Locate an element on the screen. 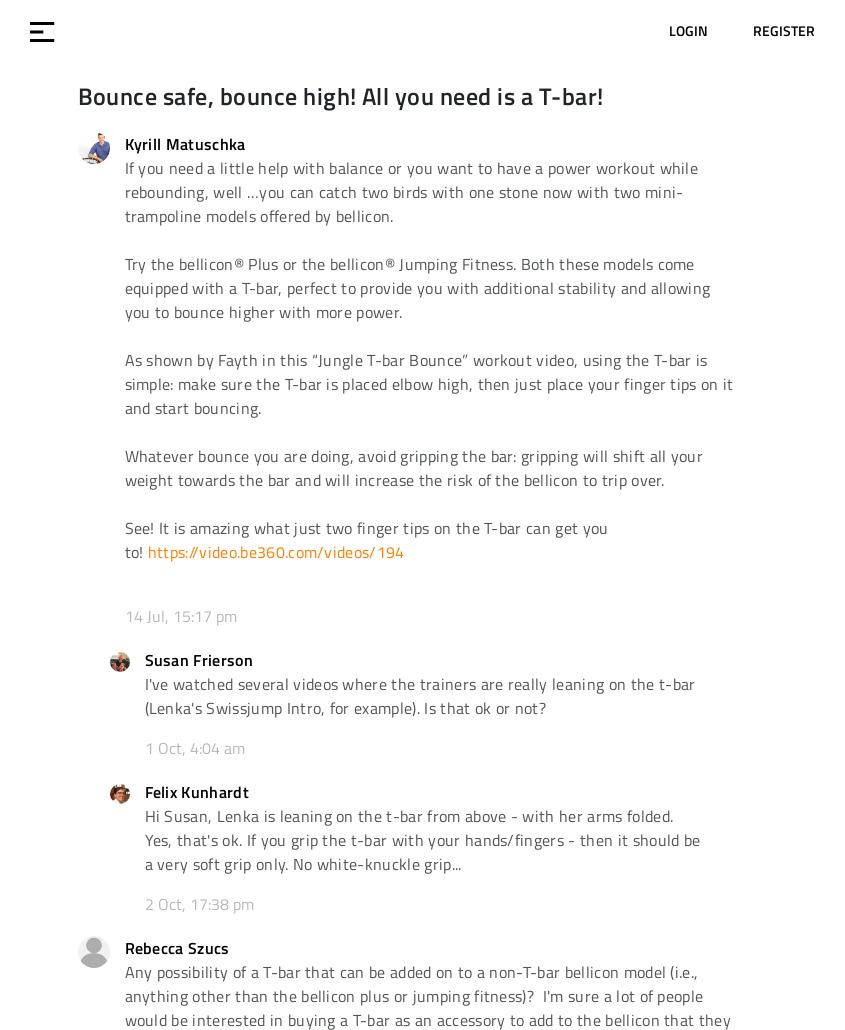 This screenshot has height=1030, width=845. 'Hi Susan, Lenka is leaning on the t-bar from above - with her arms folded. Yes, that's ok. If you grip the t-bar with your hands/fingers - then it should be a very soft grip only. No white-knuckle grip...' is located at coordinates (420, 838).